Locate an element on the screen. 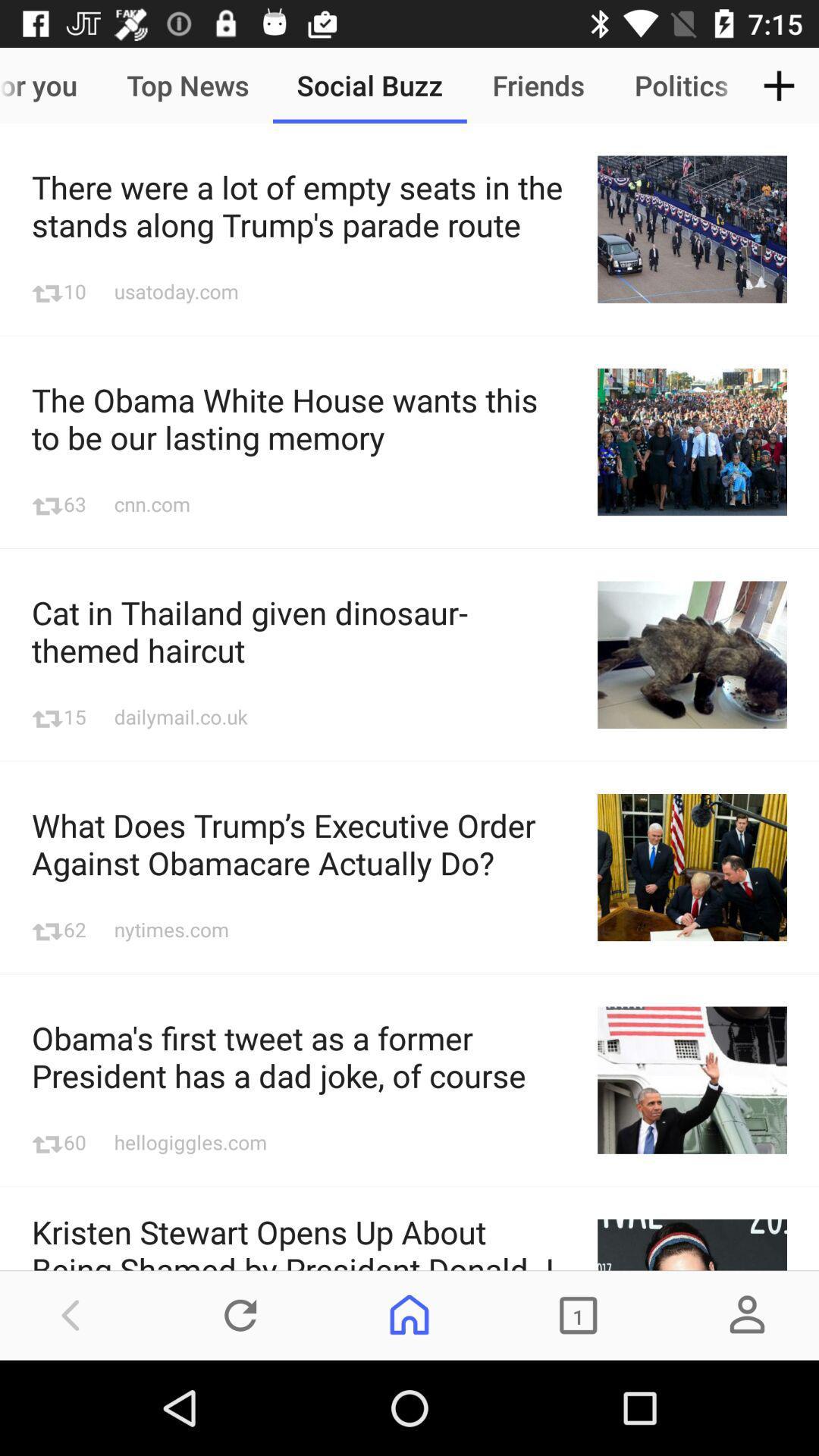 Image resolution: width=819 pixels, height=1456 pixels. the home icon is located at coordinates (409, 1314).